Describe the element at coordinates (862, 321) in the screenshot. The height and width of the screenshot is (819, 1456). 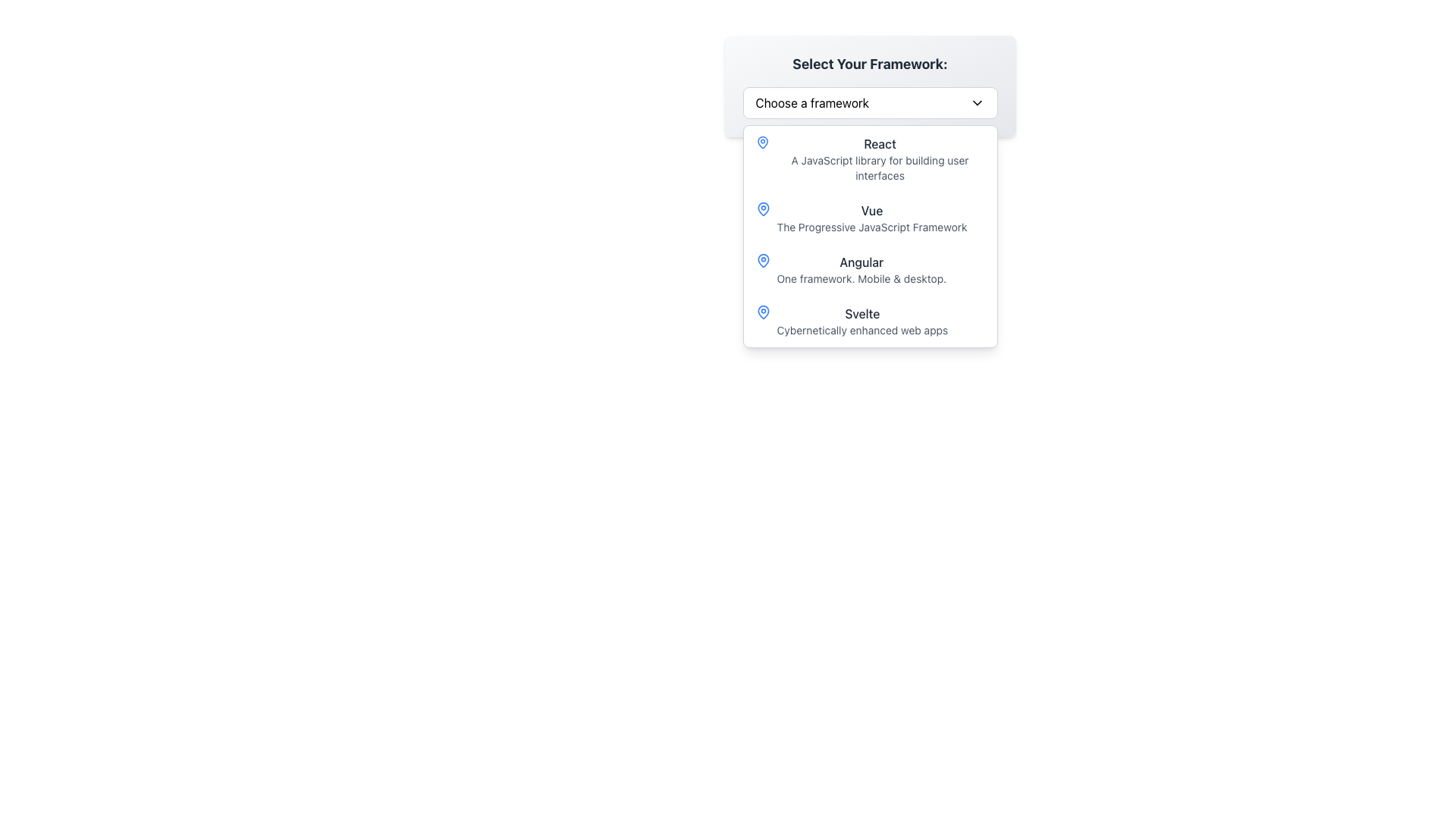
I see `the 'Svelte' option in the 'Select Your Framework:' dropdown menu, which is the fourth option below React, Vue, and Angular` at that location.